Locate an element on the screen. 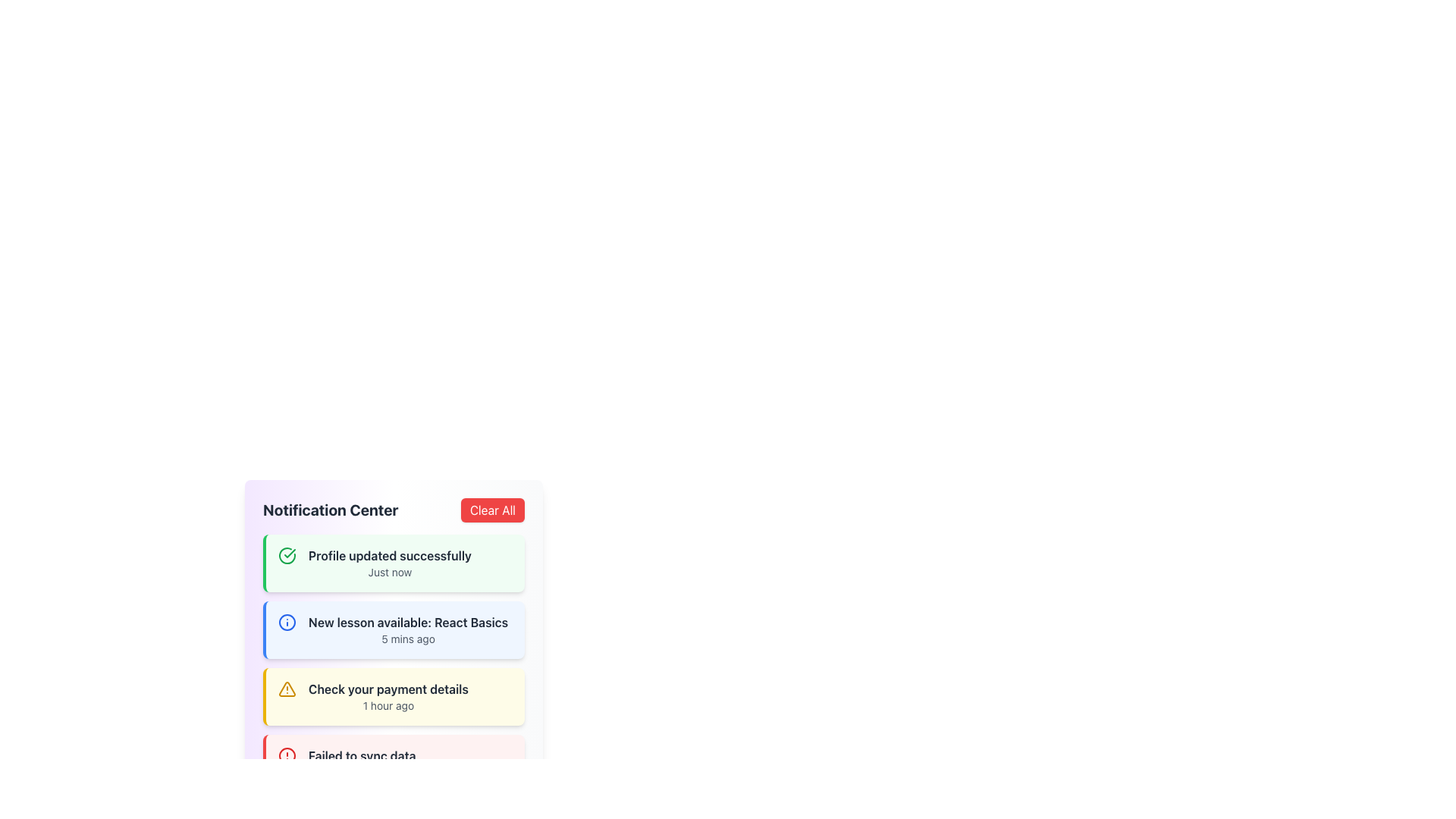 The image size is (1456, 819). the header label indicating the purpose or content of the notification center, located at the upper-left area of the notification panel is located at coordinates (330, 510).